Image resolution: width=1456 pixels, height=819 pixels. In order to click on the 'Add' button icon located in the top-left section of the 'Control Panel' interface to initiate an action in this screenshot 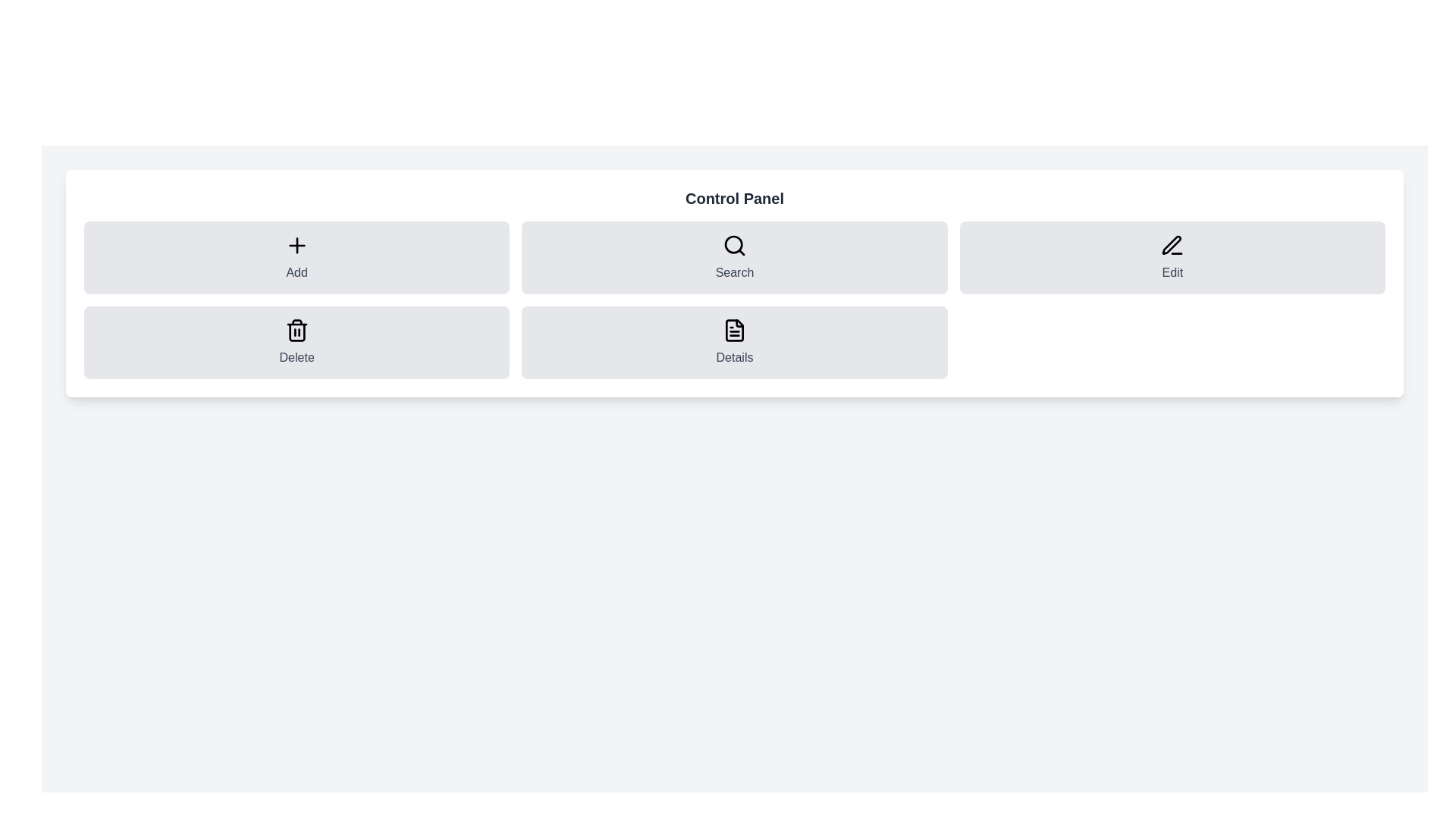, I will do `click(297, 245)`.